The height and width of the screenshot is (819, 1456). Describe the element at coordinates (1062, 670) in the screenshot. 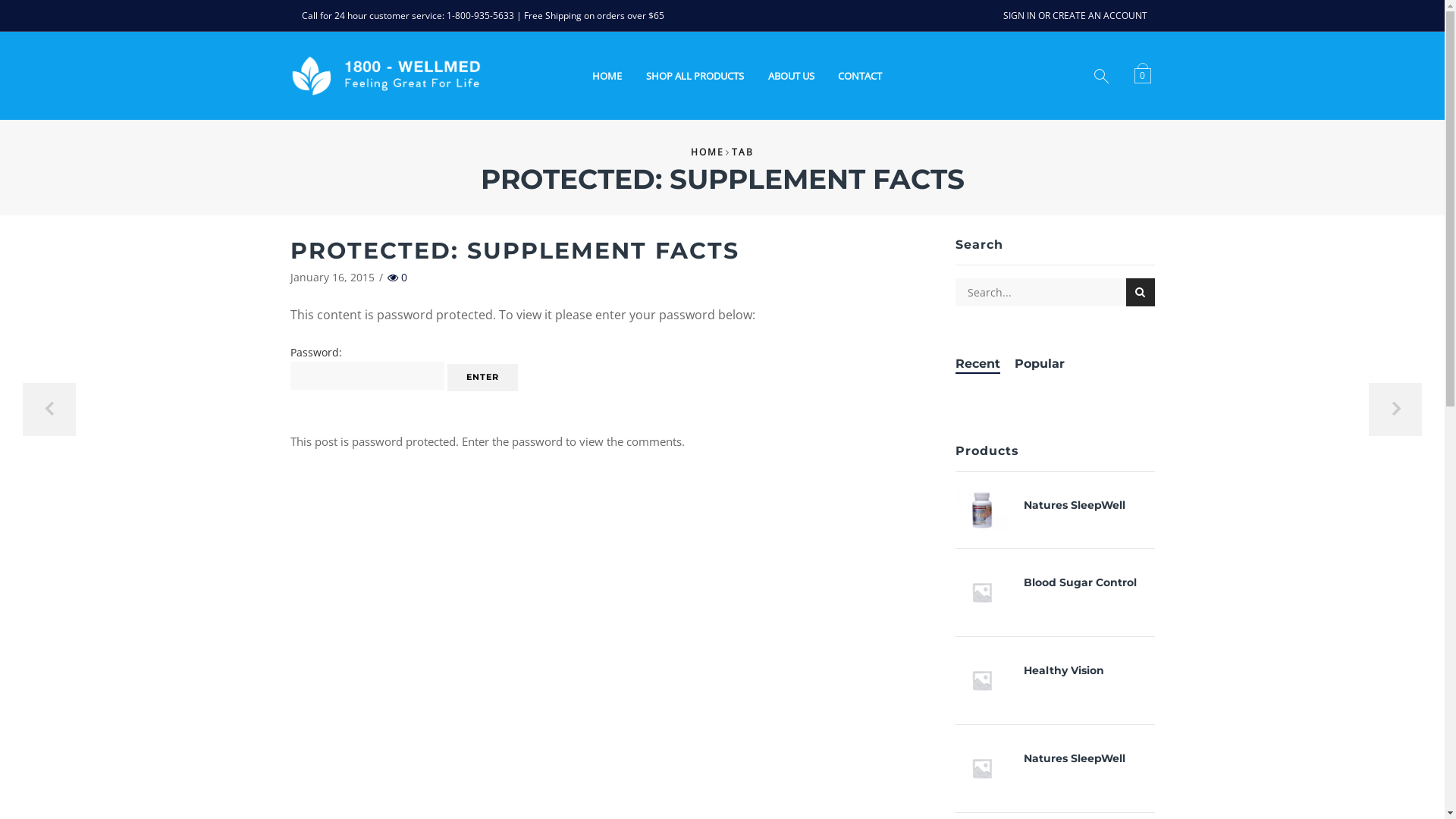

I see `'Healthy Vision'` at that location.